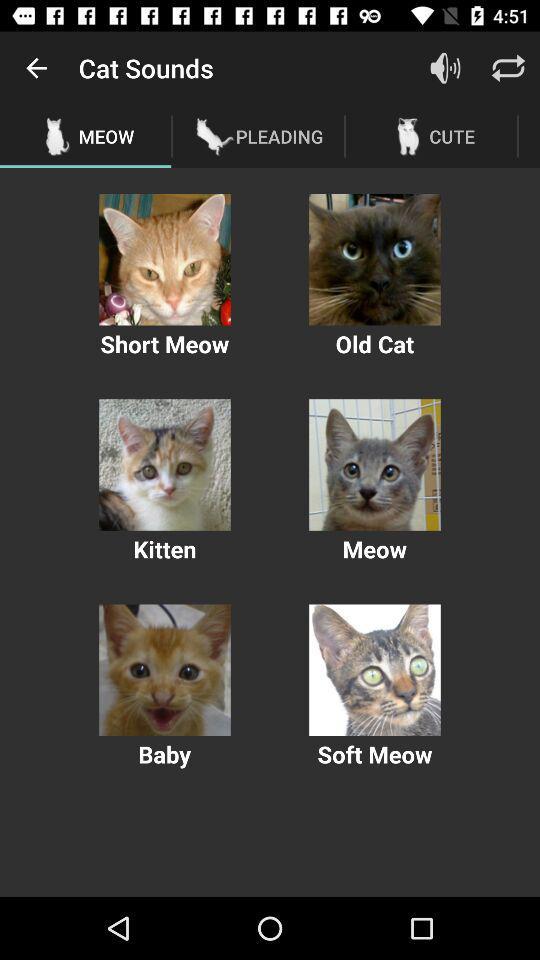  Describe the element at coordinates (164, 258) in the screenshot. I see `short meow` at that location.